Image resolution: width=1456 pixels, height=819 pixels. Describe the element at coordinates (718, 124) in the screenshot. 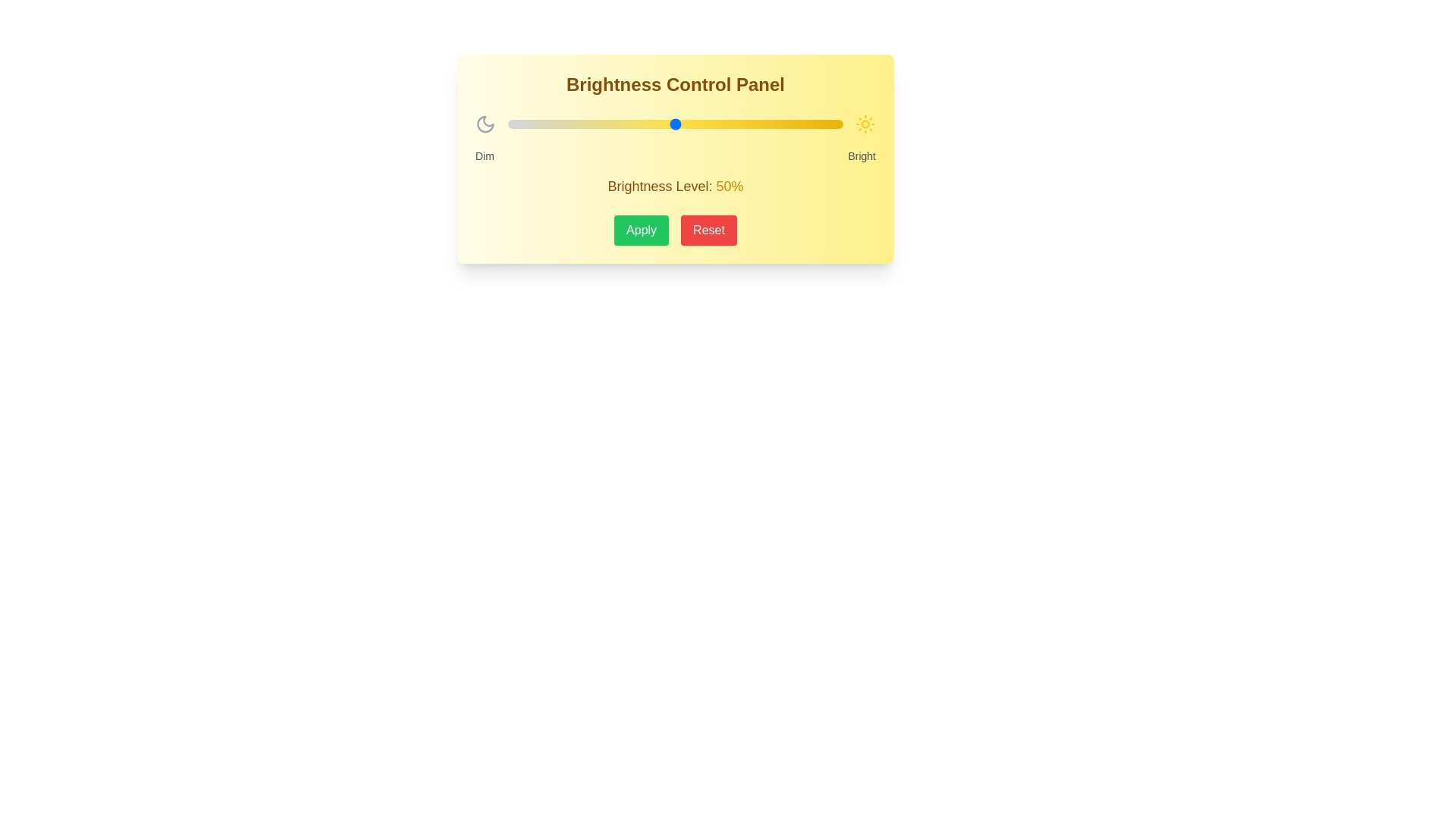

I see `the brightness slider to 63%` at that location.